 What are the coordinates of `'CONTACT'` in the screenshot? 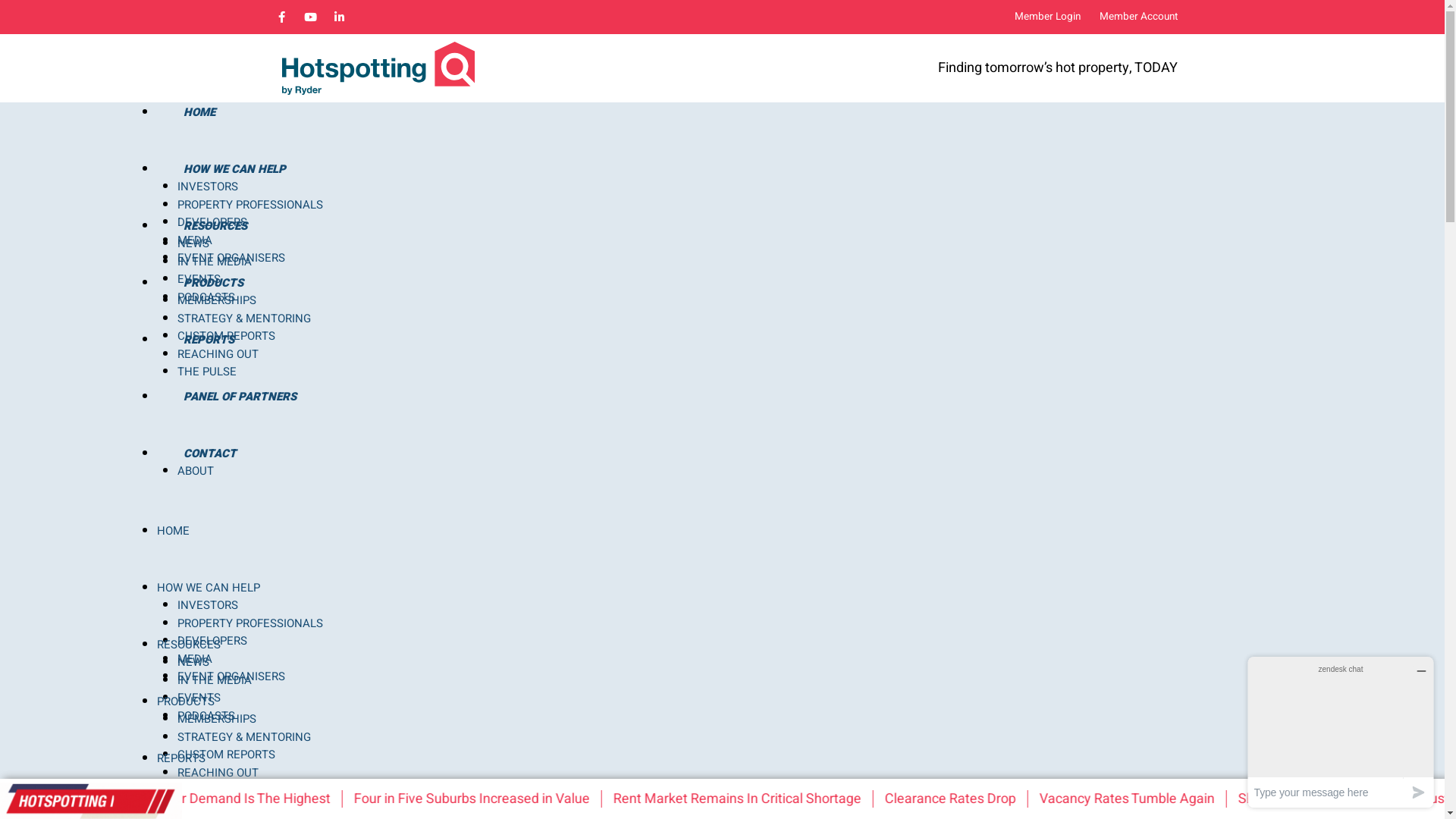 It's located at (208, 452).